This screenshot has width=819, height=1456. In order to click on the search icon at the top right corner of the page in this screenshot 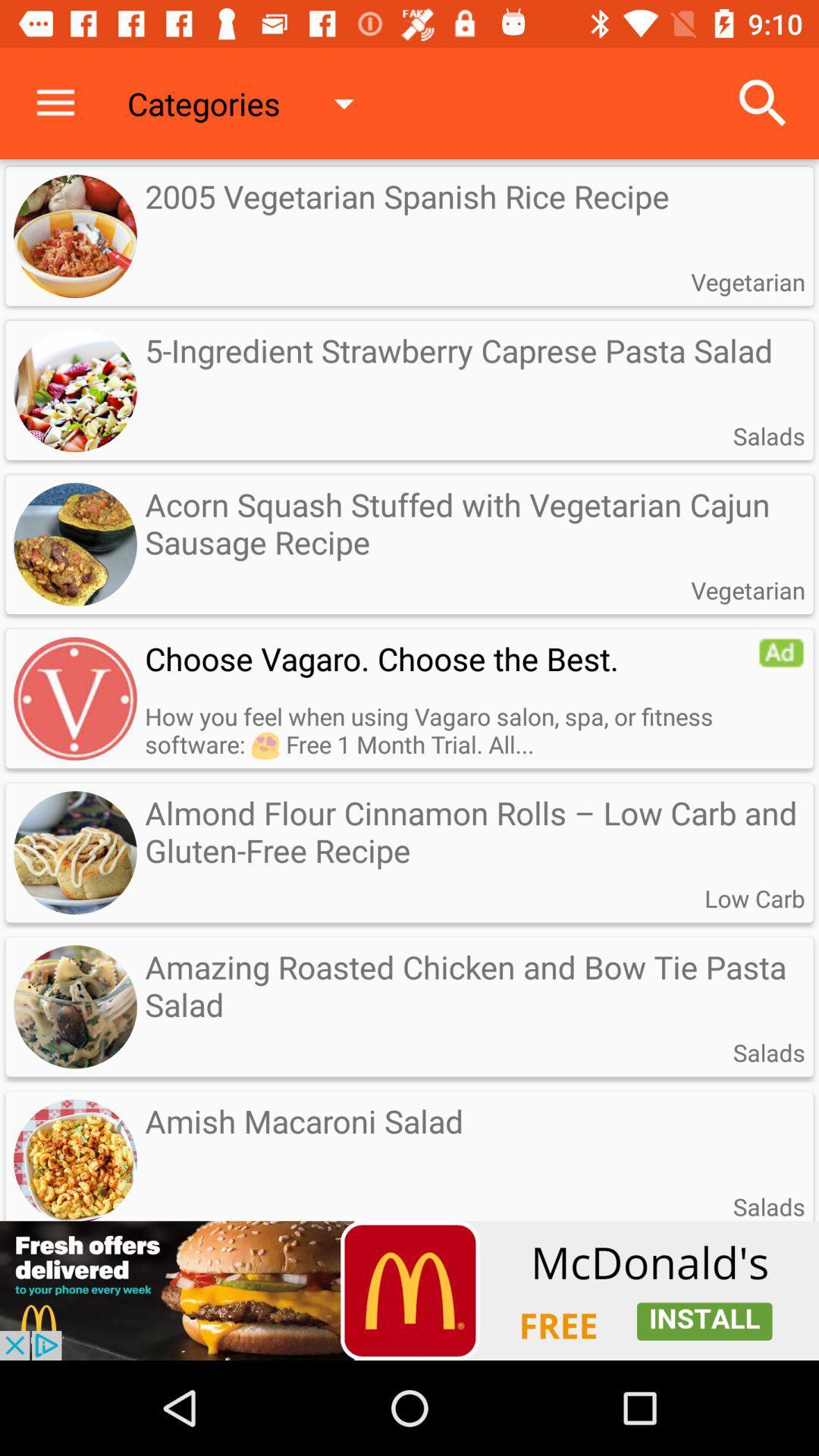, I will do `click(763, 103)`.